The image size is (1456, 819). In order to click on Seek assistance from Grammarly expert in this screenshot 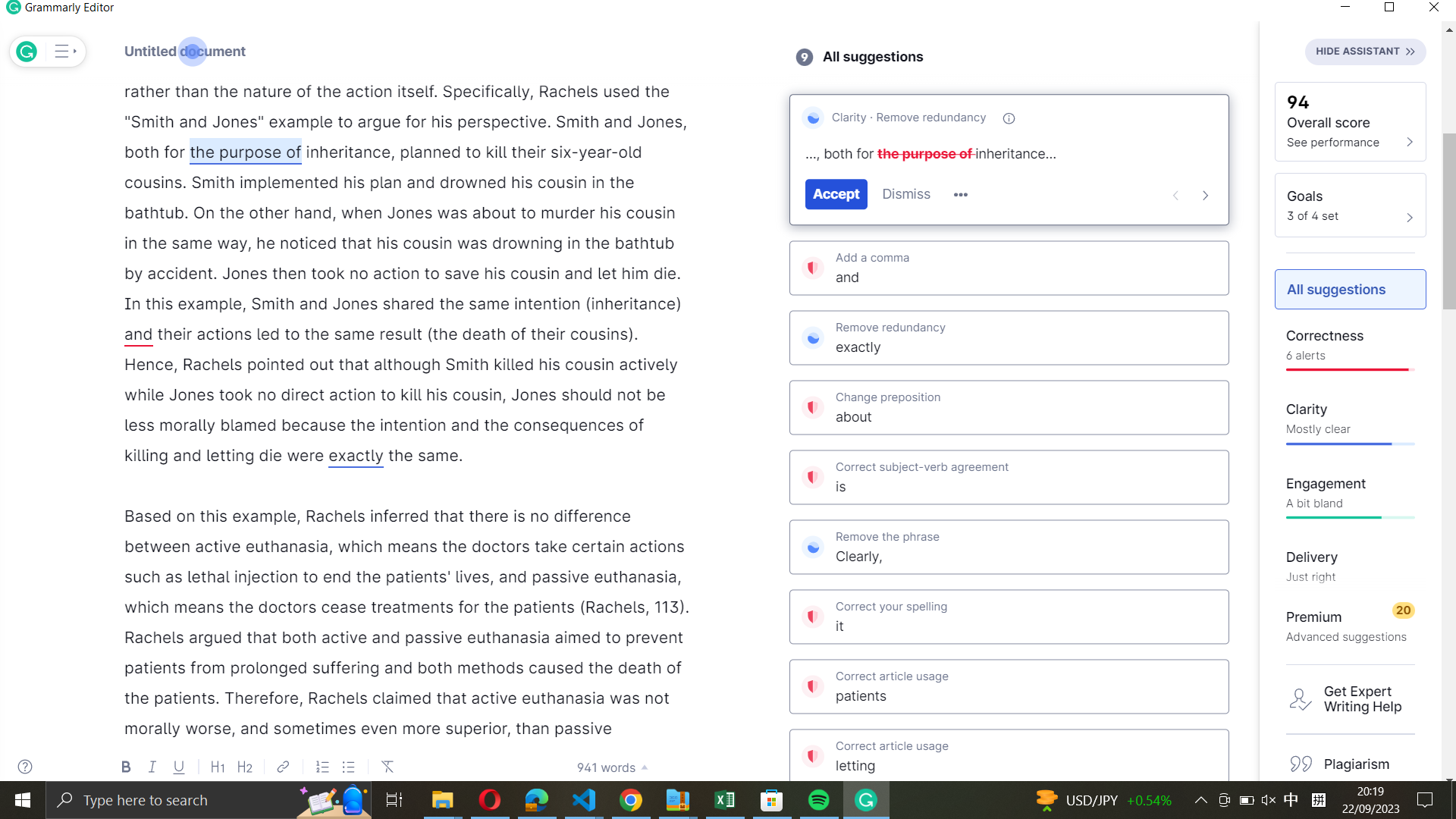, I will do `click(1351, 698)`.